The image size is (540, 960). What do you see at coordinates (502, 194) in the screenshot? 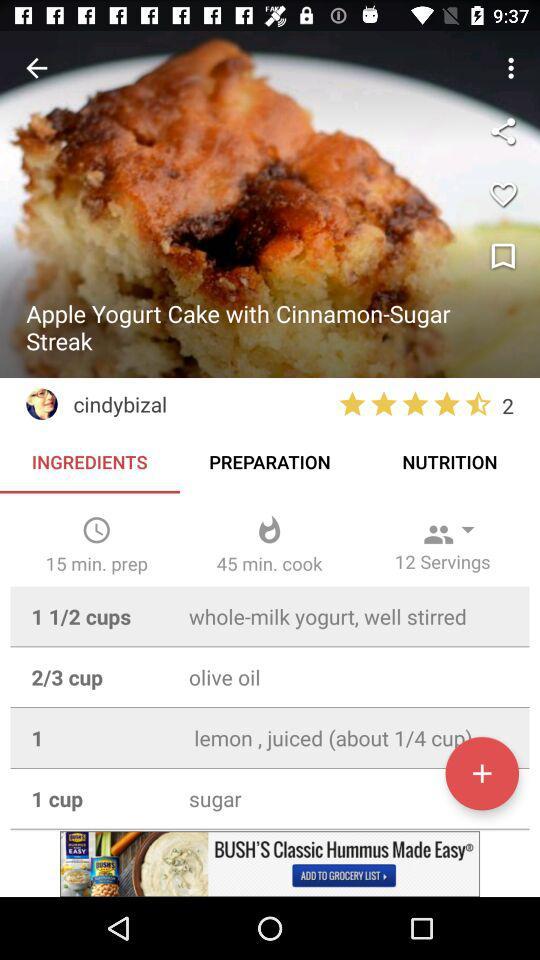
I see `favorite` at bounding box center [502, 194].